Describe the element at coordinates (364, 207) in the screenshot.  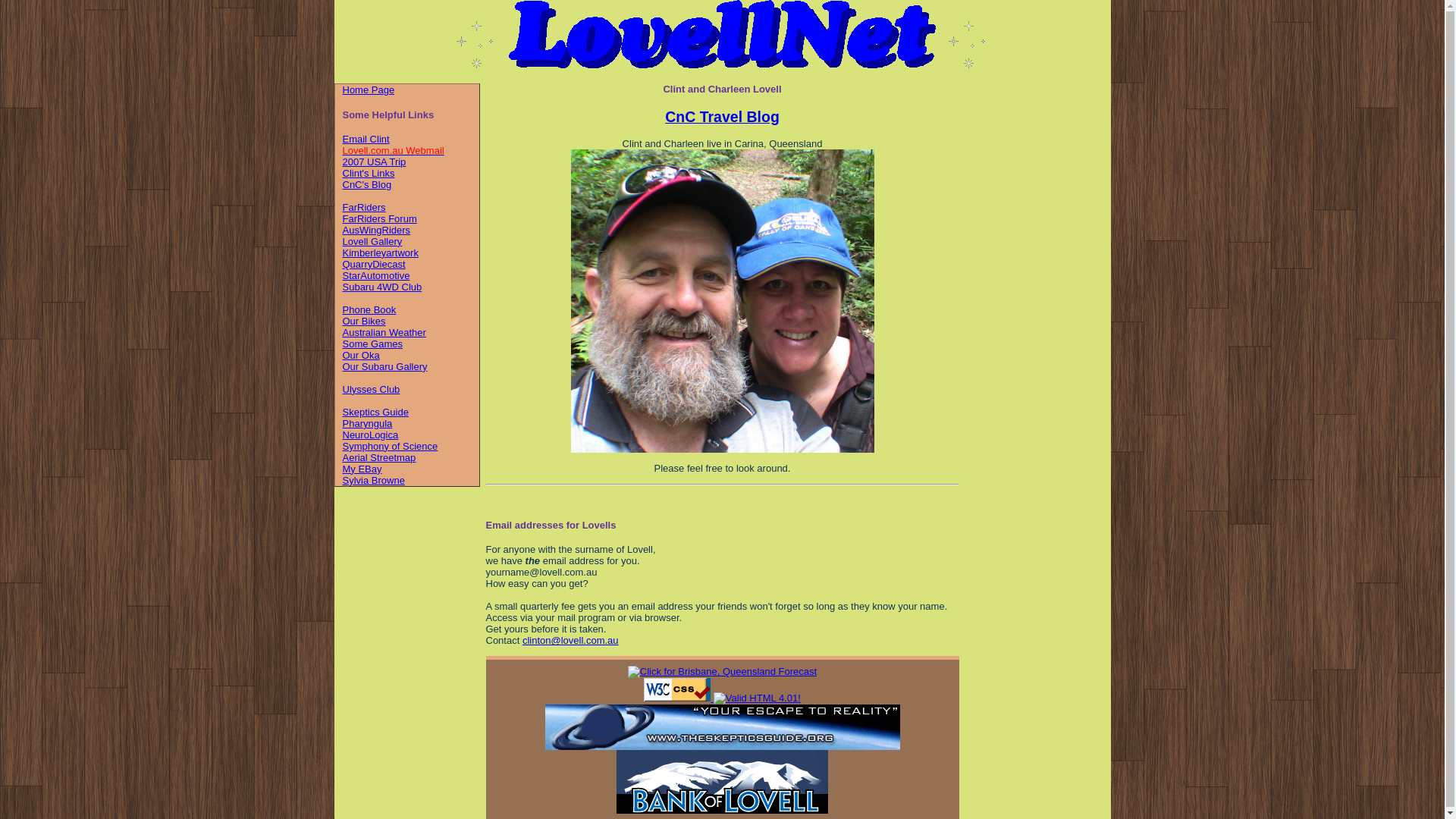
I see `'FarRiders'` at that location.